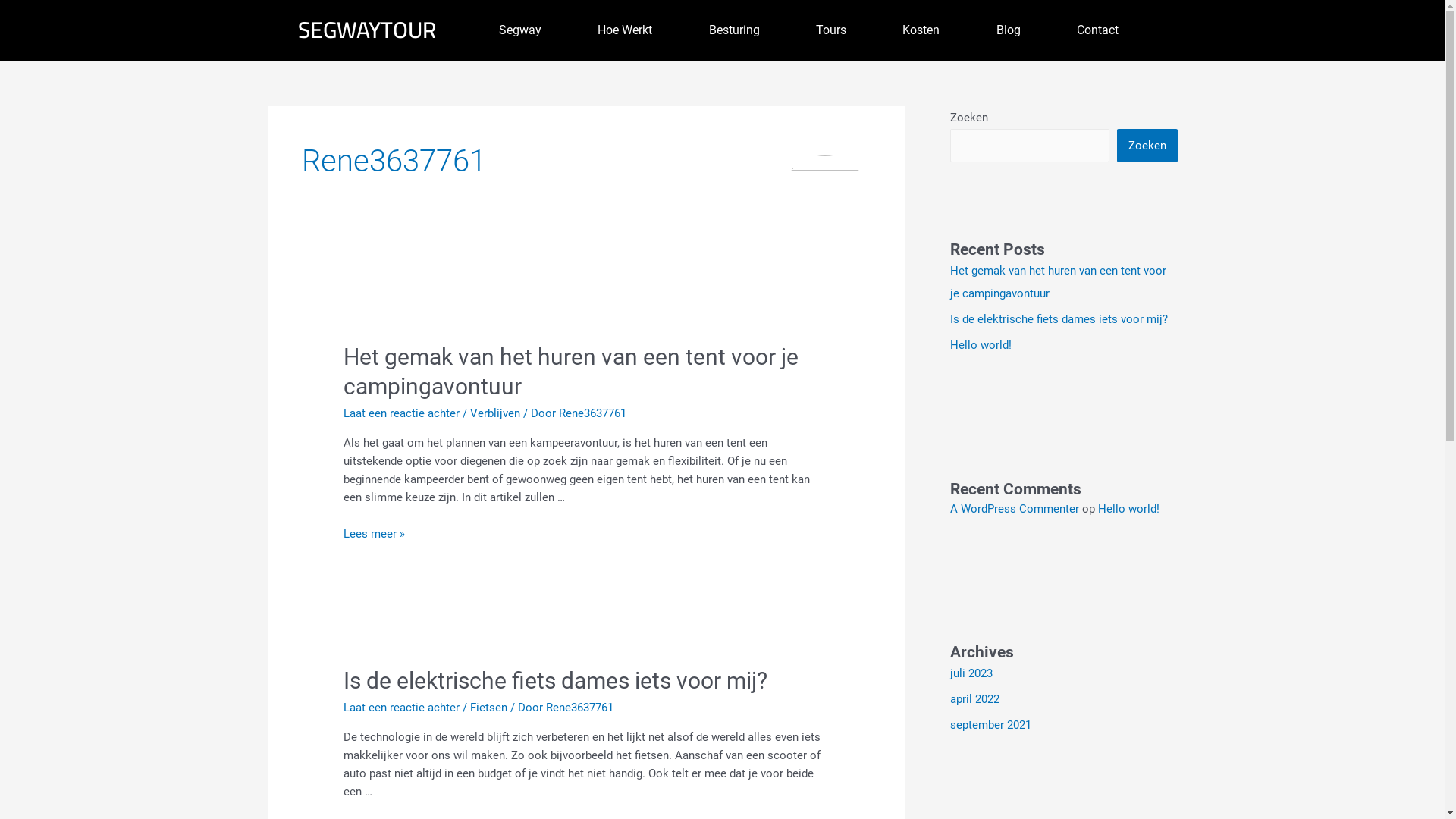 The width and height of the screenshot is (1456, 819). What do you see at coordinates (1008, 30) in the screenshot?
I see `'Blog'` at bounding box center [1008, 30].